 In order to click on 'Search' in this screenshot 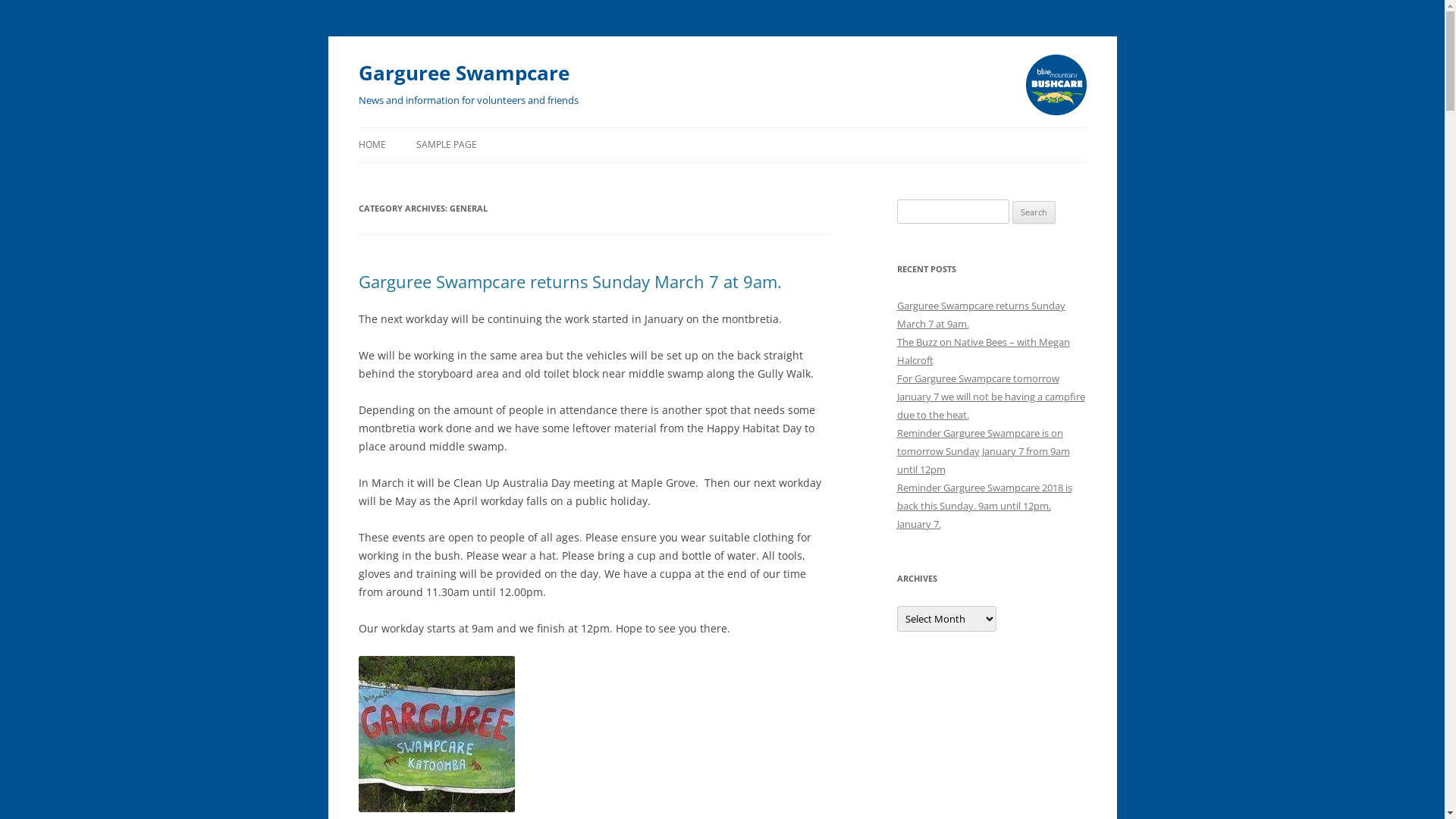, I will do `click(1033, 212)`.